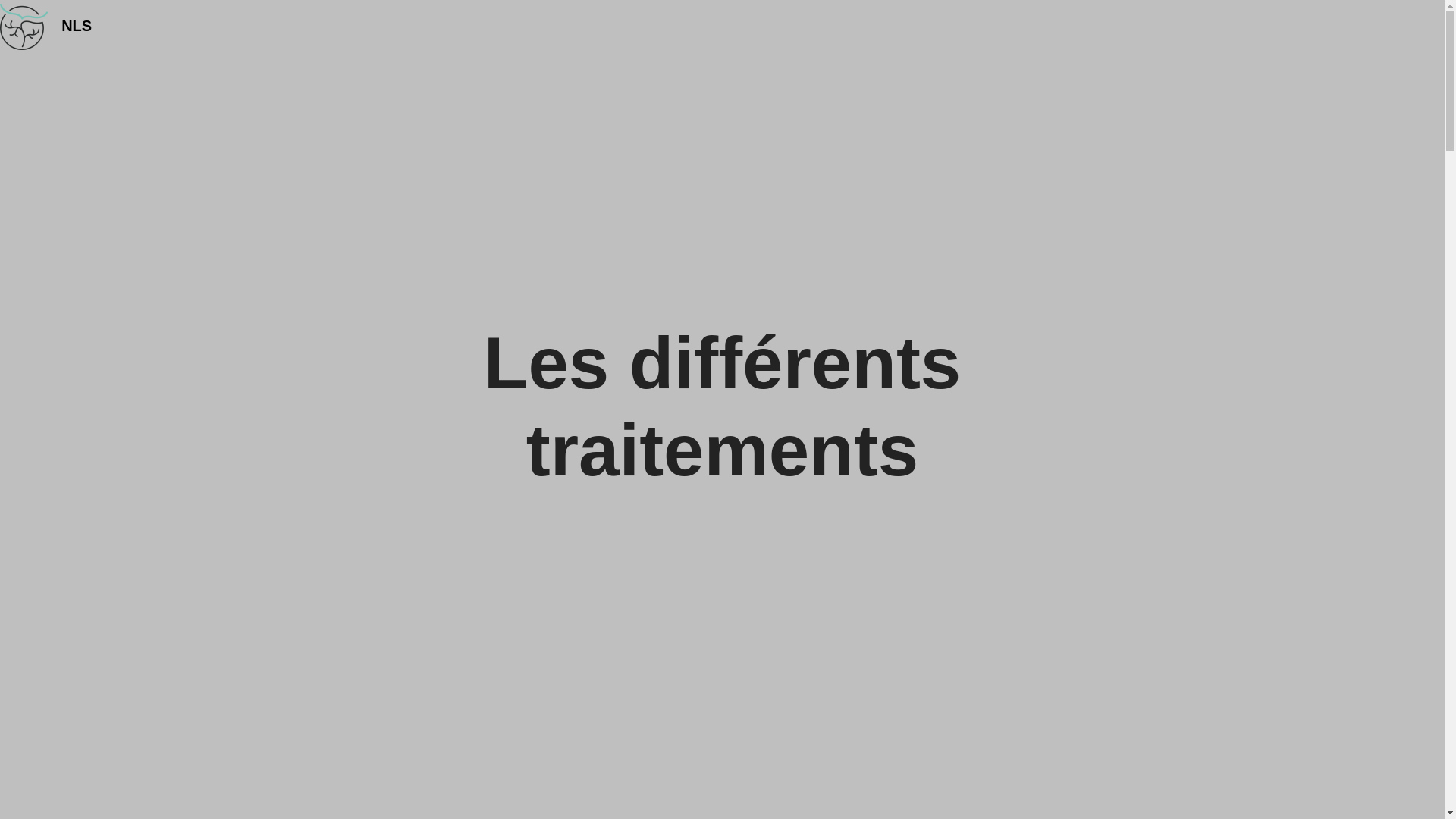 The height and width of the screenshot is (819, 1456). Describe the element at coordinates (61, 26) in the screenshot. I see `'NLS'` at that location.